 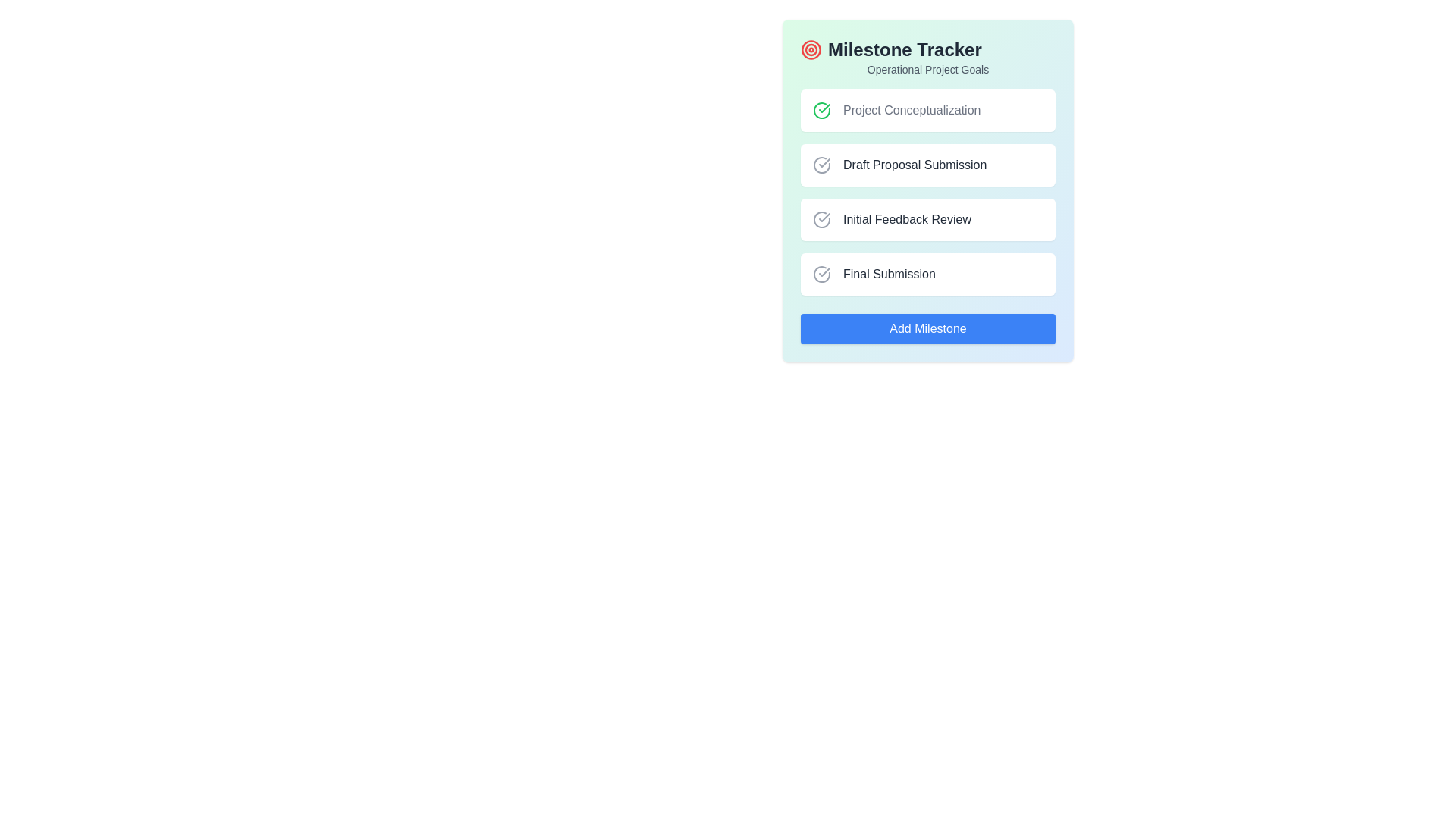 What do you see at coordinates (927, 110) in the screenshot?
I see `the completed milestone indicator box in the project tracking interface, which is the first item in the vertical list of milestones` at bounding box center [927, 110].